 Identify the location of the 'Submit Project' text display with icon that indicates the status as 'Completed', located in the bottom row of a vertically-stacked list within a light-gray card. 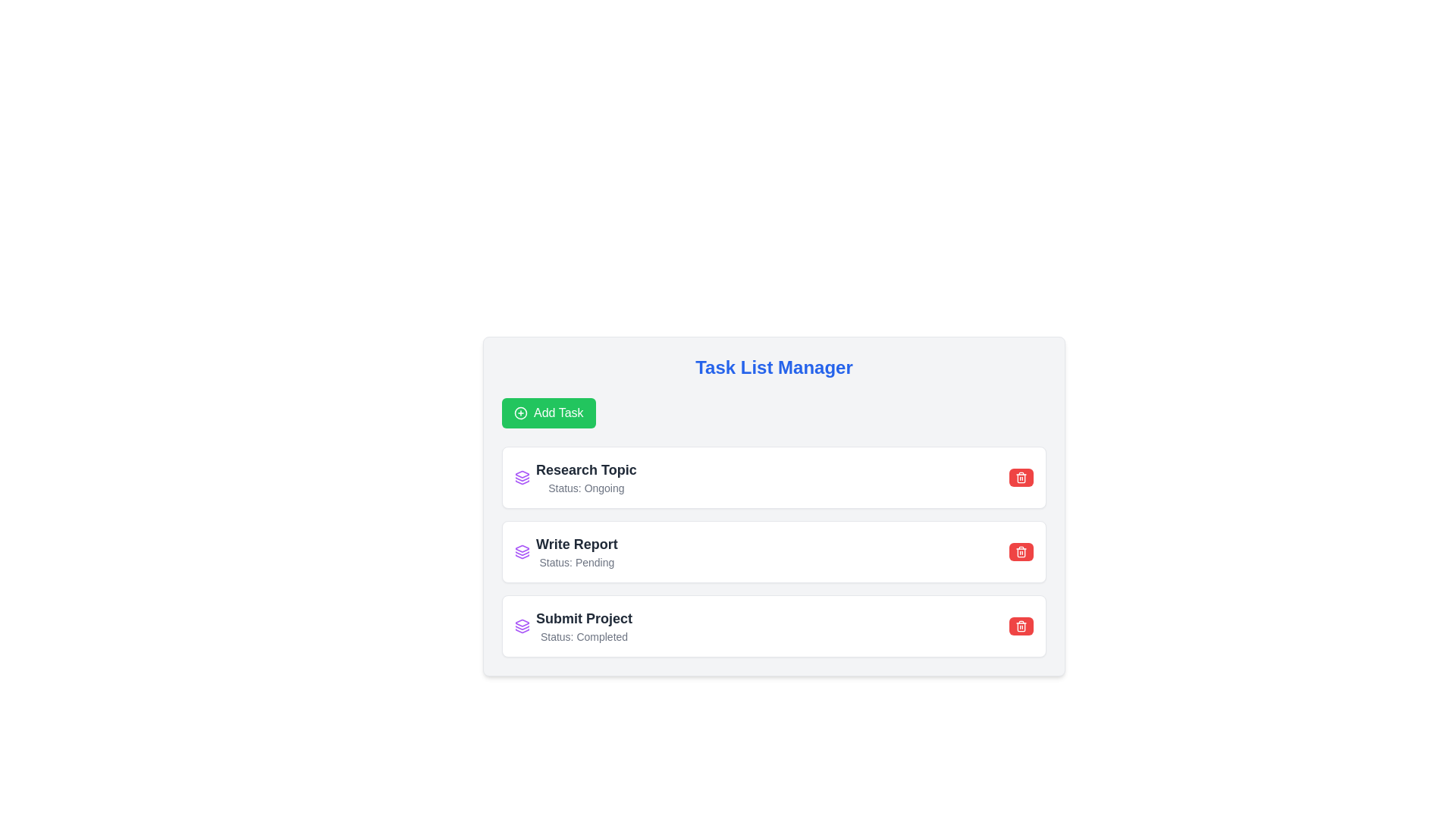
(573, 626).